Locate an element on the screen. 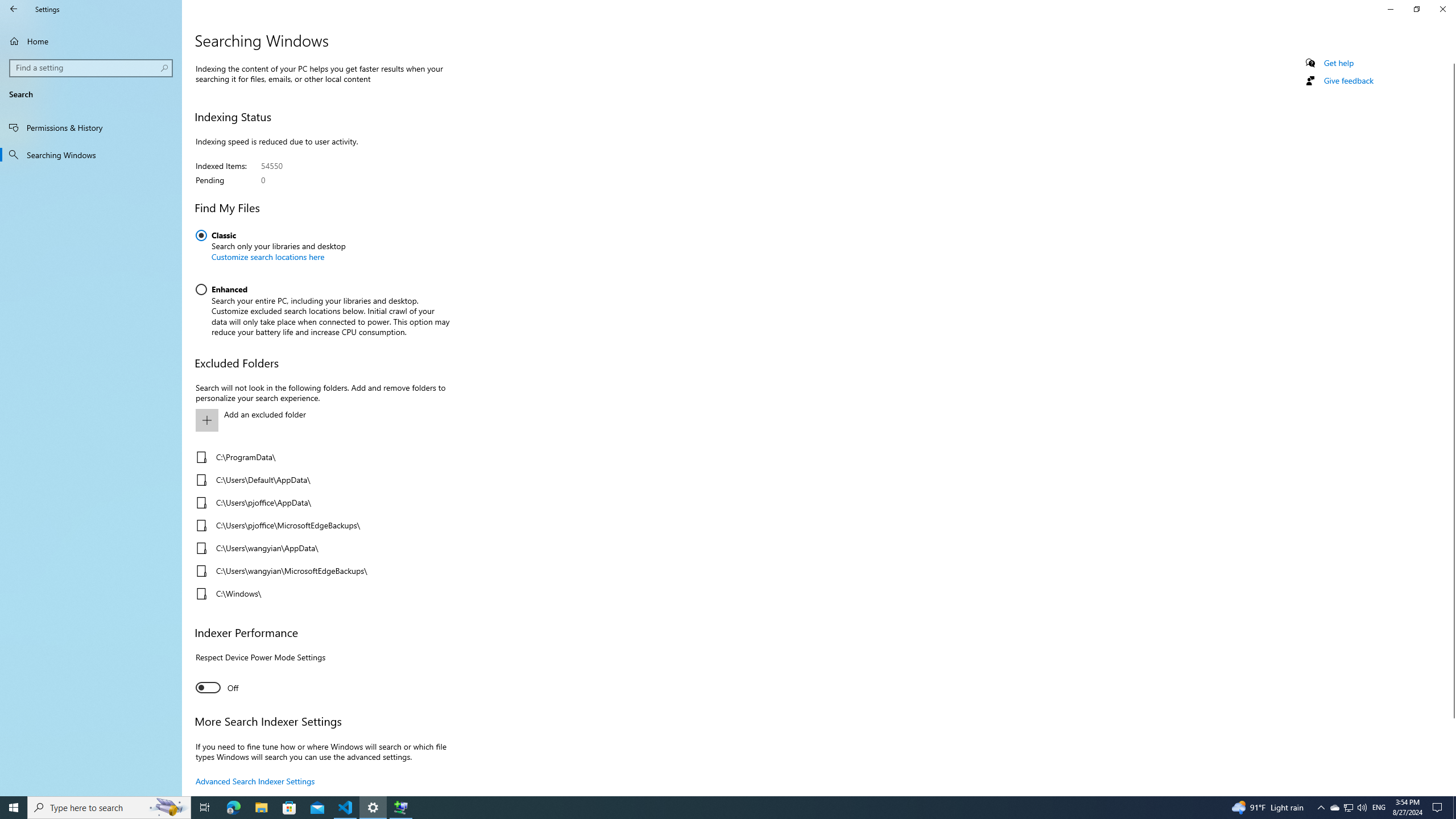  'C:\Users\pjoffice\AppData\' is located at coordinates (318, 503).